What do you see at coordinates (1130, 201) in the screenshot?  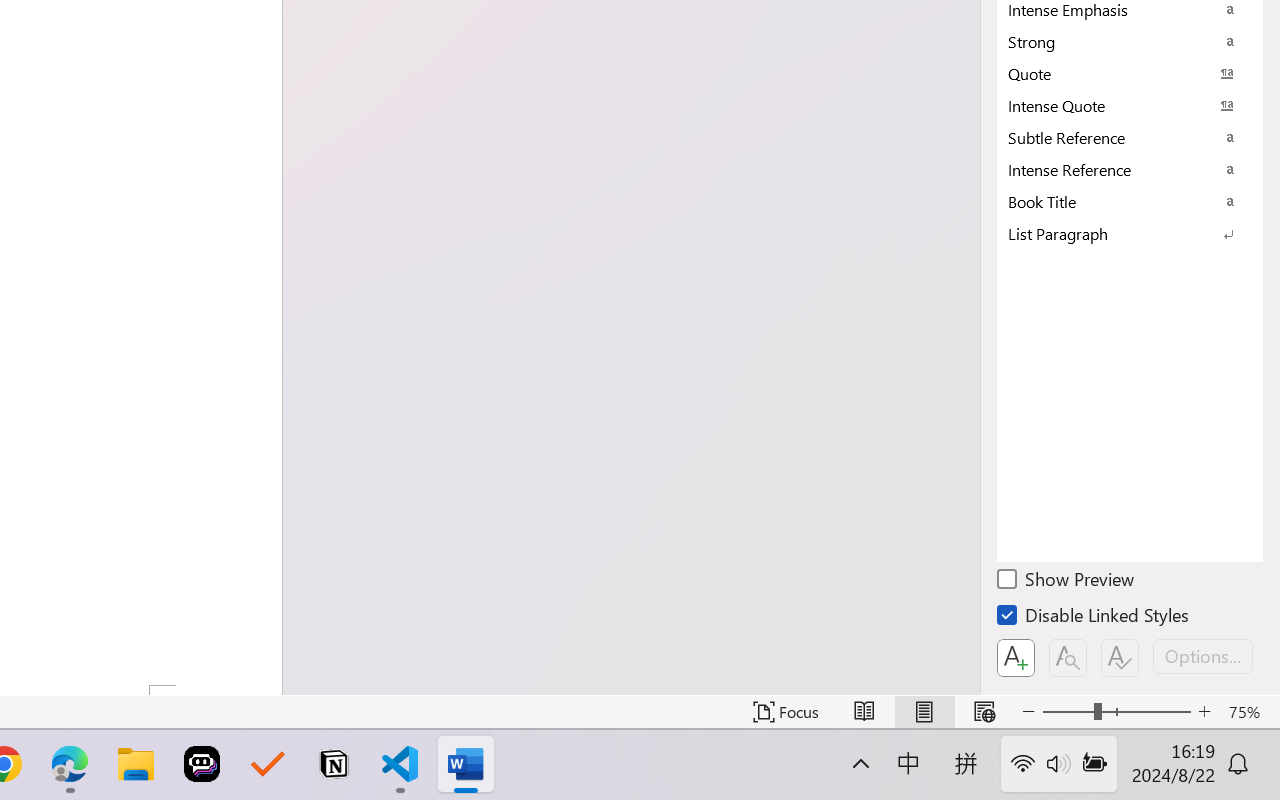 I see `'Book Title'` at bounding box center [1130, 201].